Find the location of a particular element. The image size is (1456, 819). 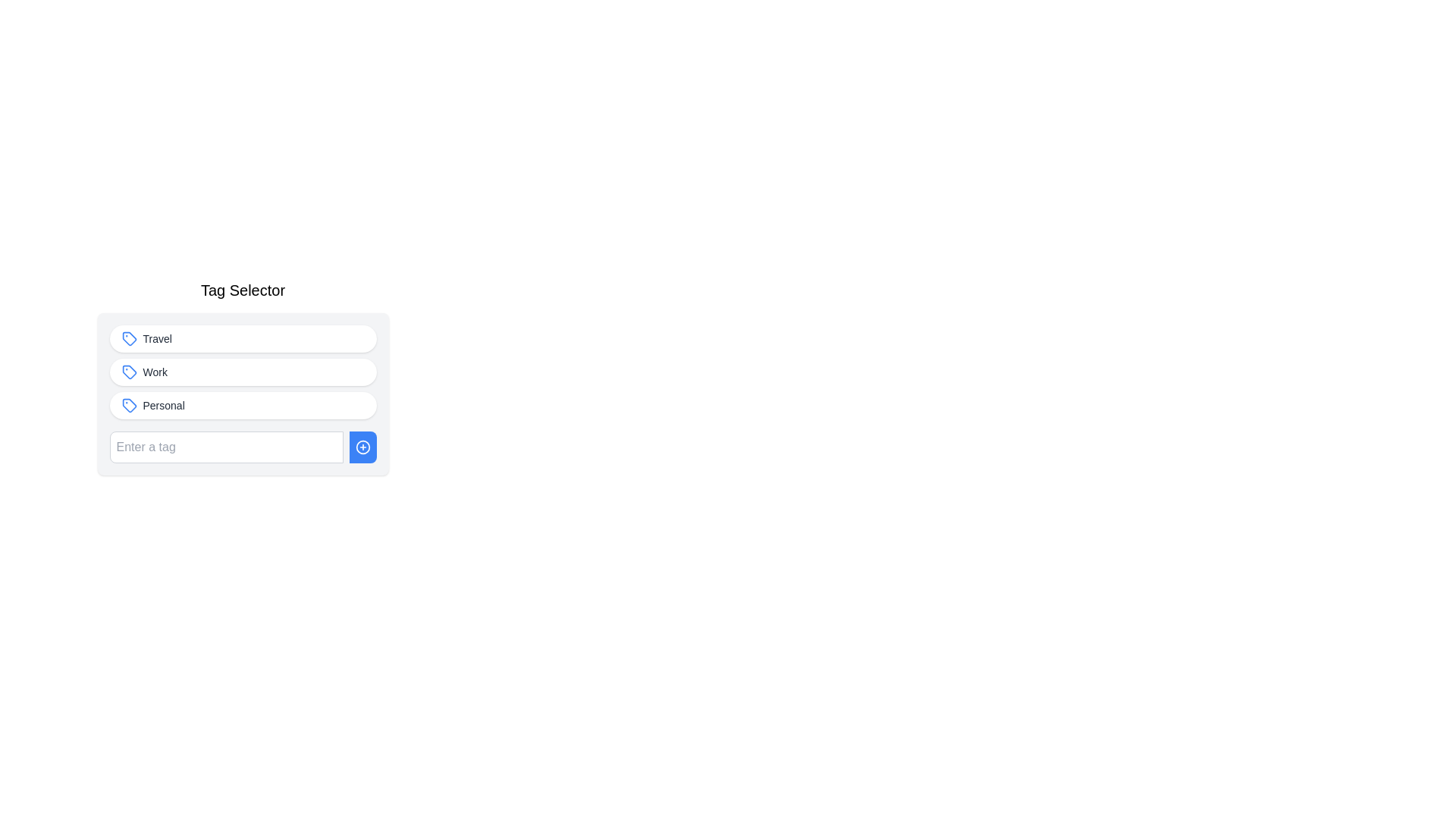

the tag icon with a blue border and white interior located in the third entry labeled 'Personal' in the list of items is located at coordinates (129, 405).